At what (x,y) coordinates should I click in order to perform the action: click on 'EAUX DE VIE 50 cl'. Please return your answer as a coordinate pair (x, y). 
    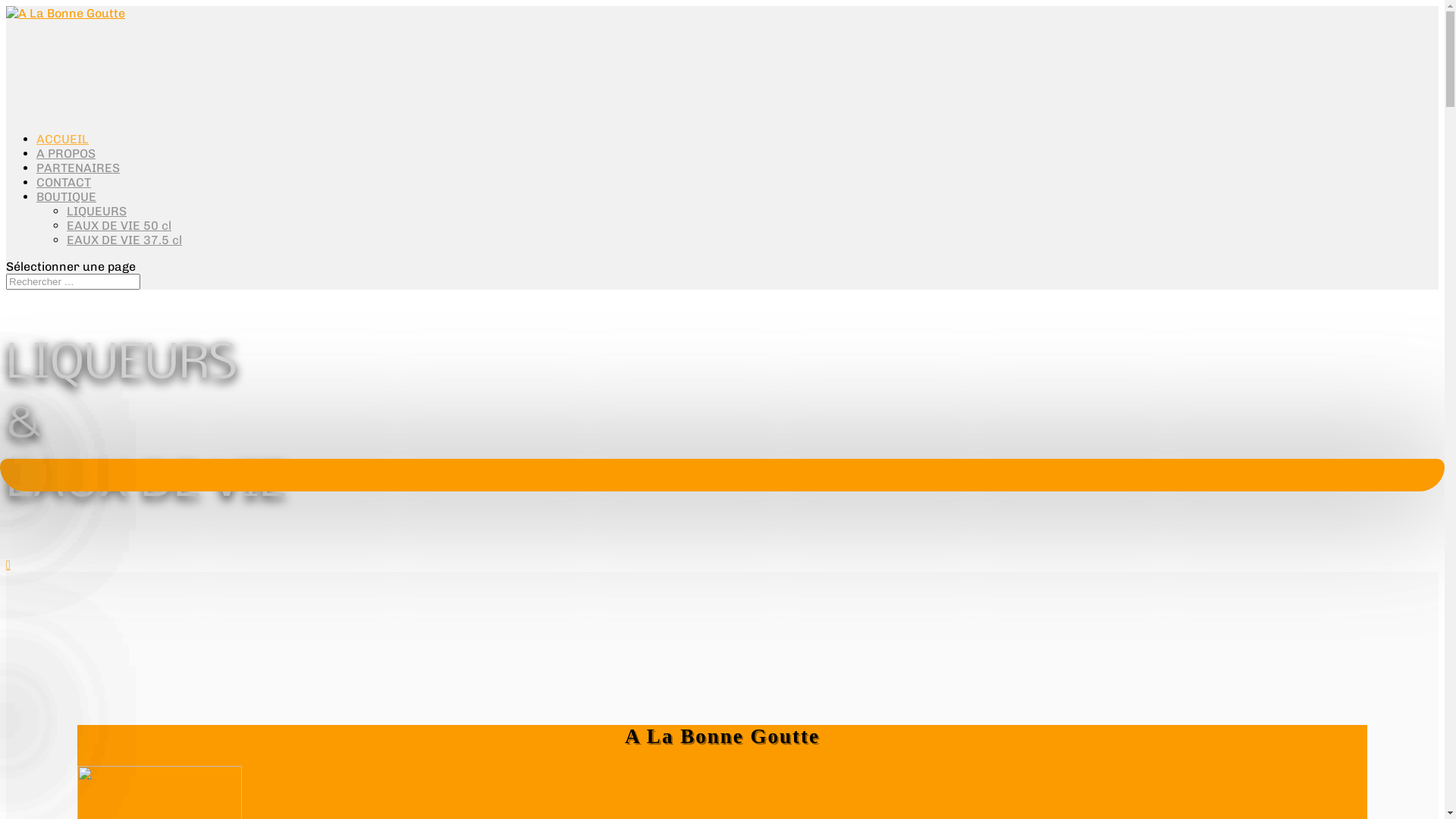
    Looking at the image, I should click on (118, 225).